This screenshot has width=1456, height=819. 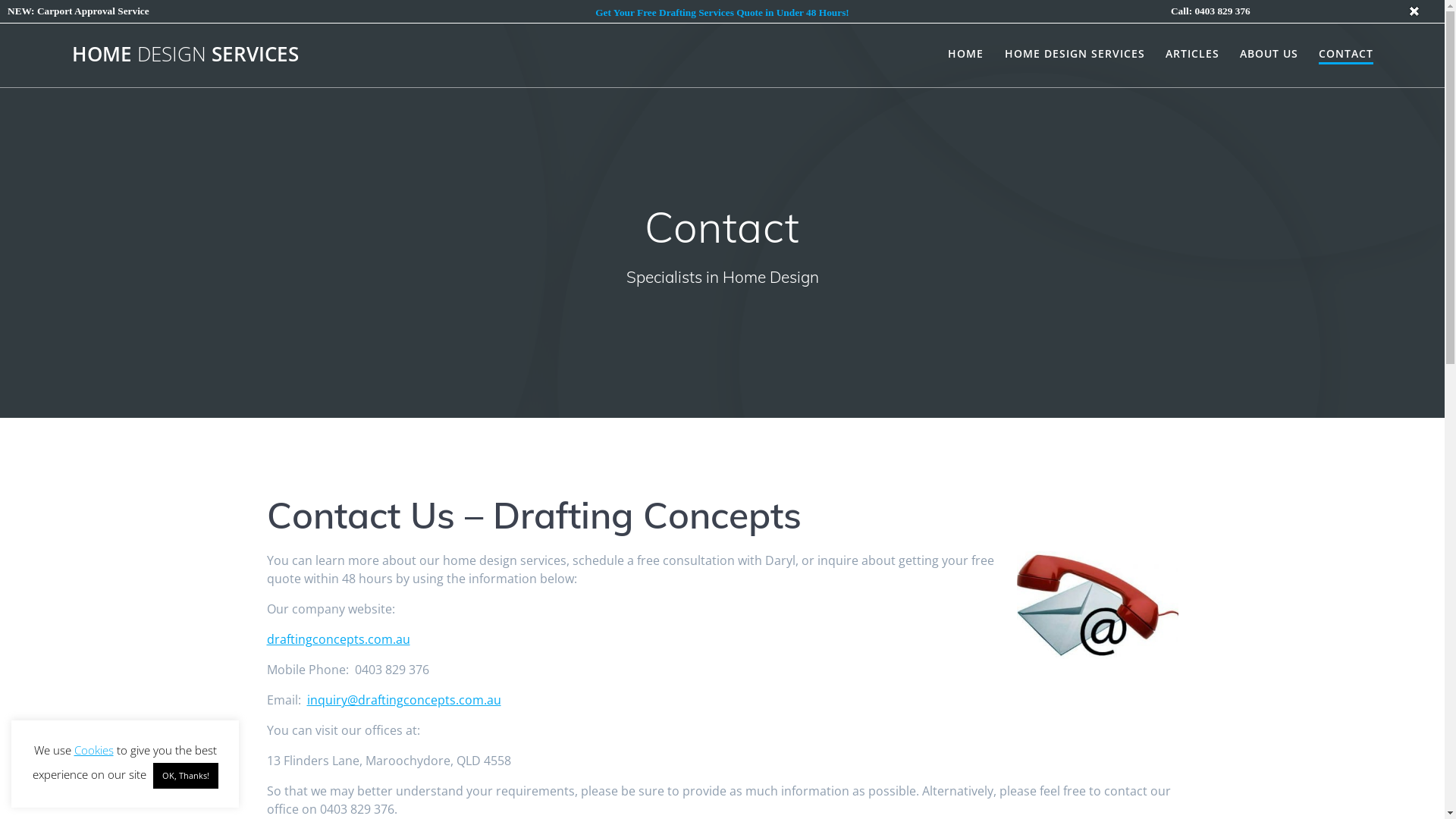 I want to click on 'draftingconcepts.com.au', so click(x=266, y=639).